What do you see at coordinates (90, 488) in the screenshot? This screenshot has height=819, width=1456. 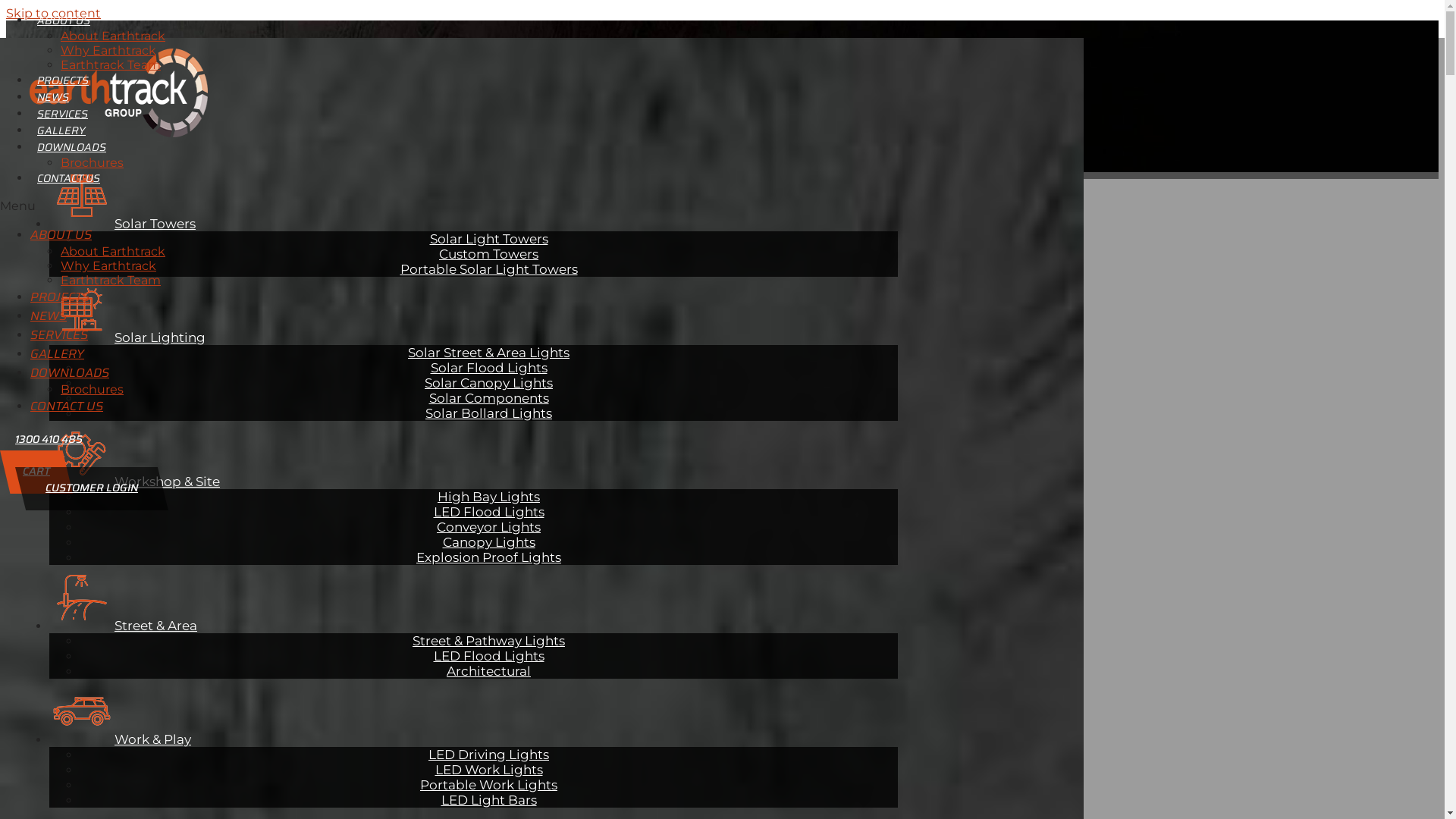 I see `'CUSTOMER LOGIN'` at bounding box center [90, 488].